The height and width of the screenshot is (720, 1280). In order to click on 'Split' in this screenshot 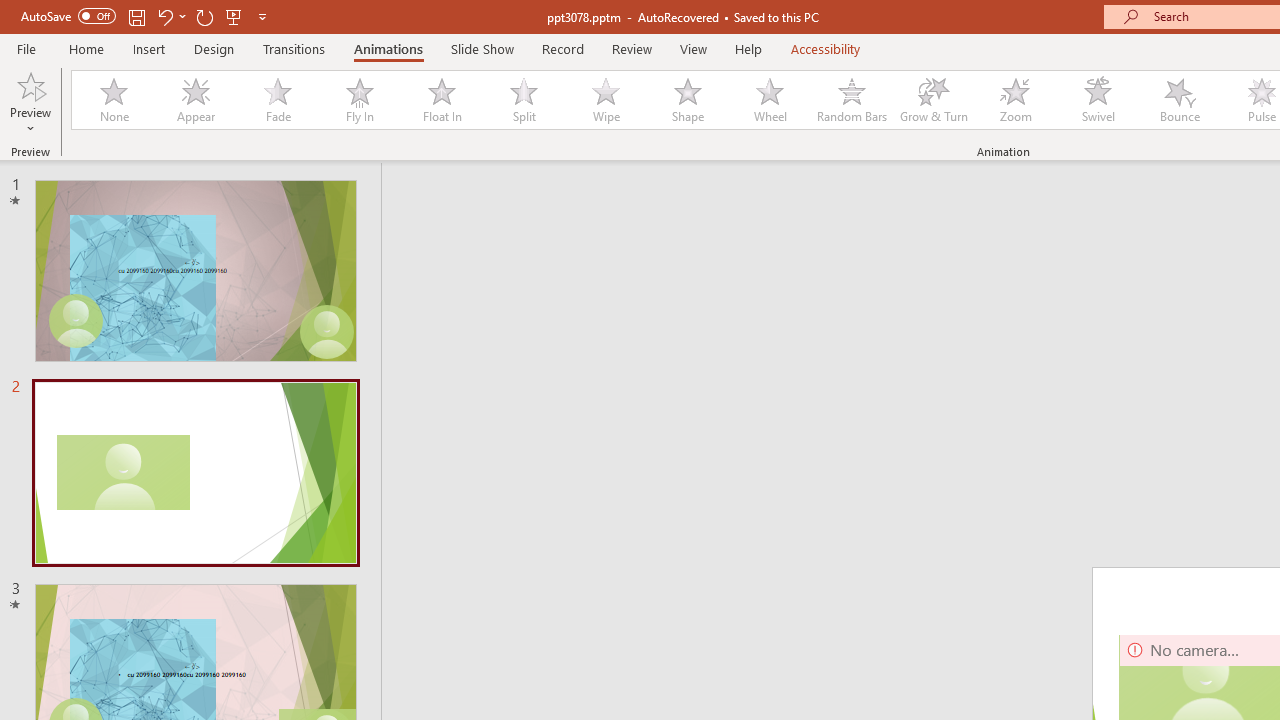, I will do `click(523, 100)`.